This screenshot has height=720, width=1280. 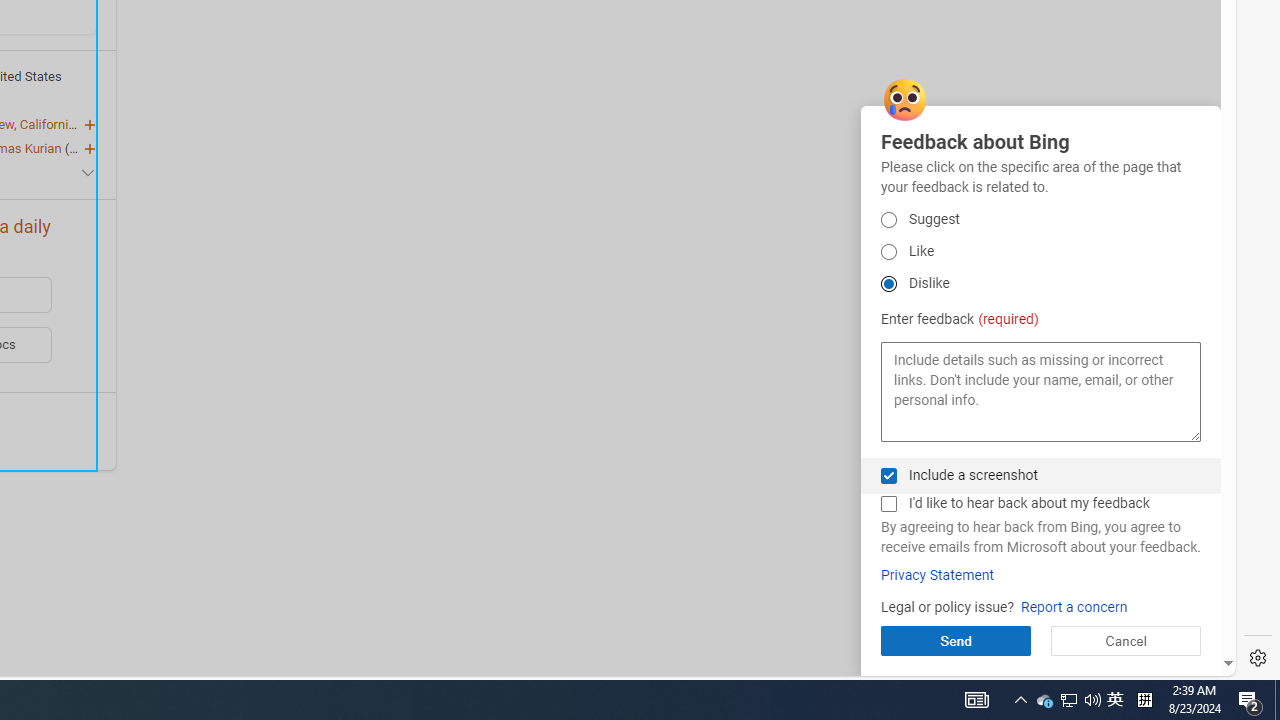 I want to click on 'Privacy Statement', so click(x=936, y=575).